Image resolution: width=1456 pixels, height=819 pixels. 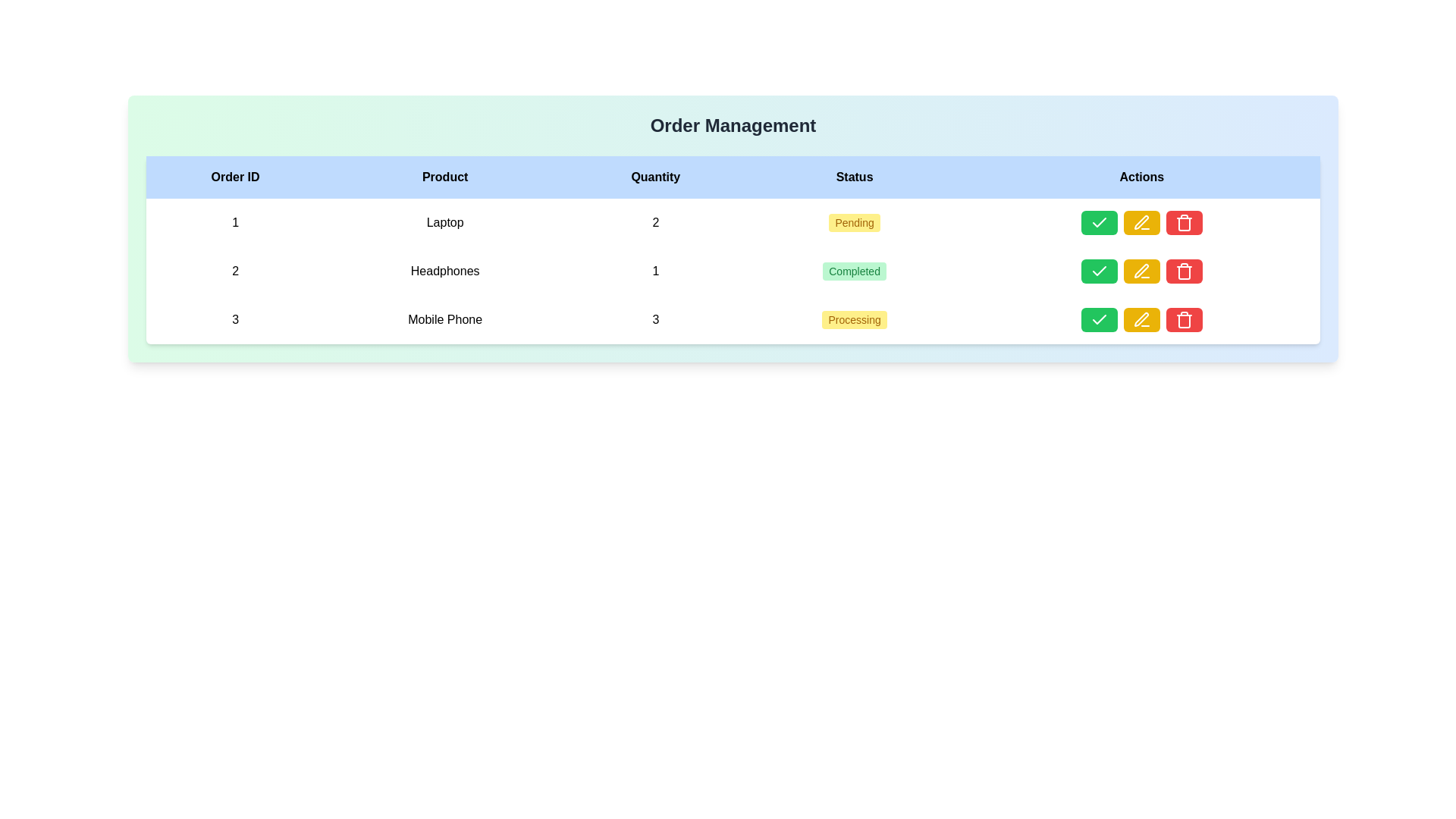 I want to click on the centered text label that reads 'Headphones', which is the second item under the 'Product' column in the table, so click(x=444, y=271).